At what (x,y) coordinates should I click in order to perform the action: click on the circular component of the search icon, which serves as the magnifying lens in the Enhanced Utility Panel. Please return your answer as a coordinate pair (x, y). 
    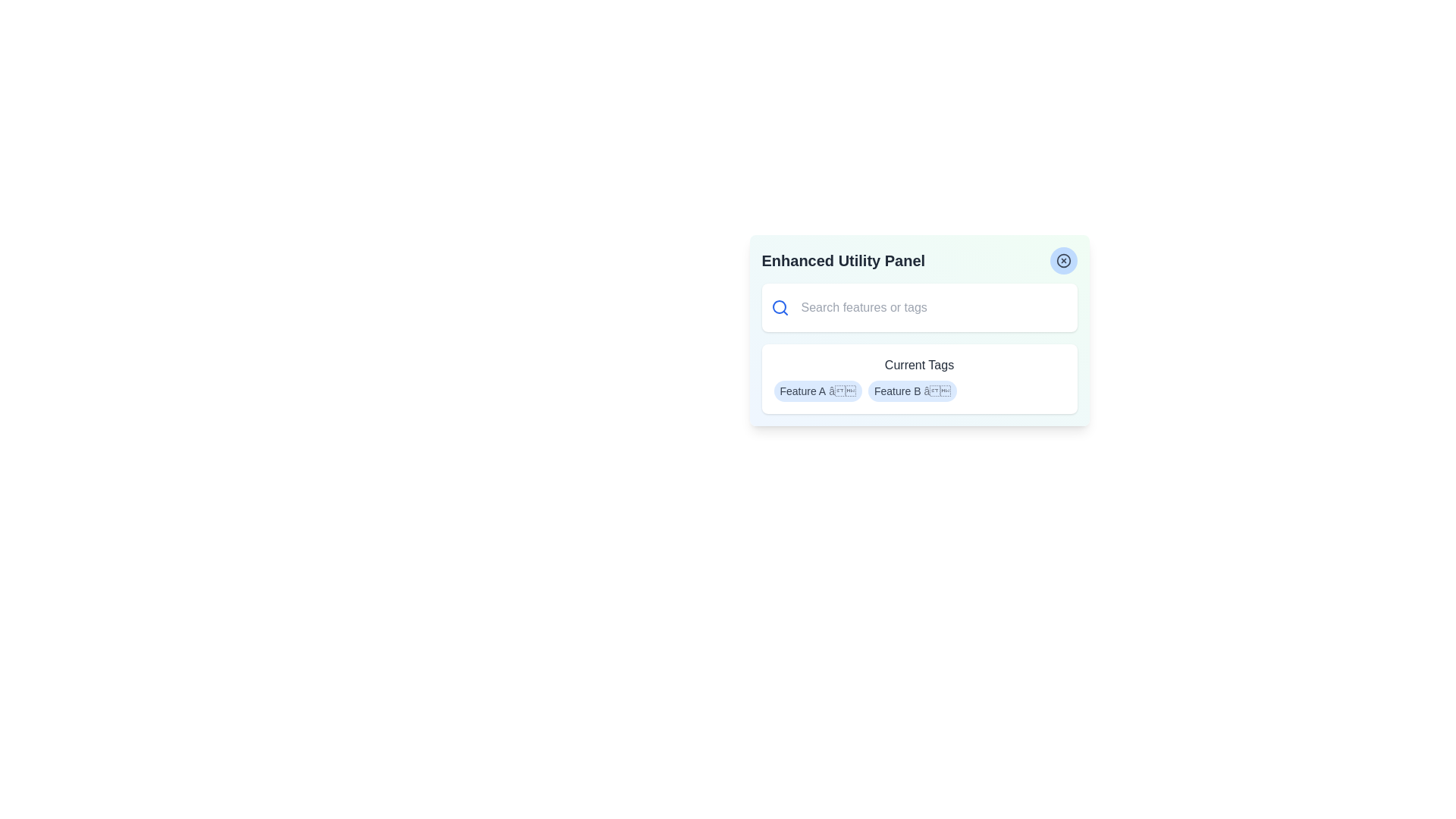
    Looking at the image, I should click on (779, 307).